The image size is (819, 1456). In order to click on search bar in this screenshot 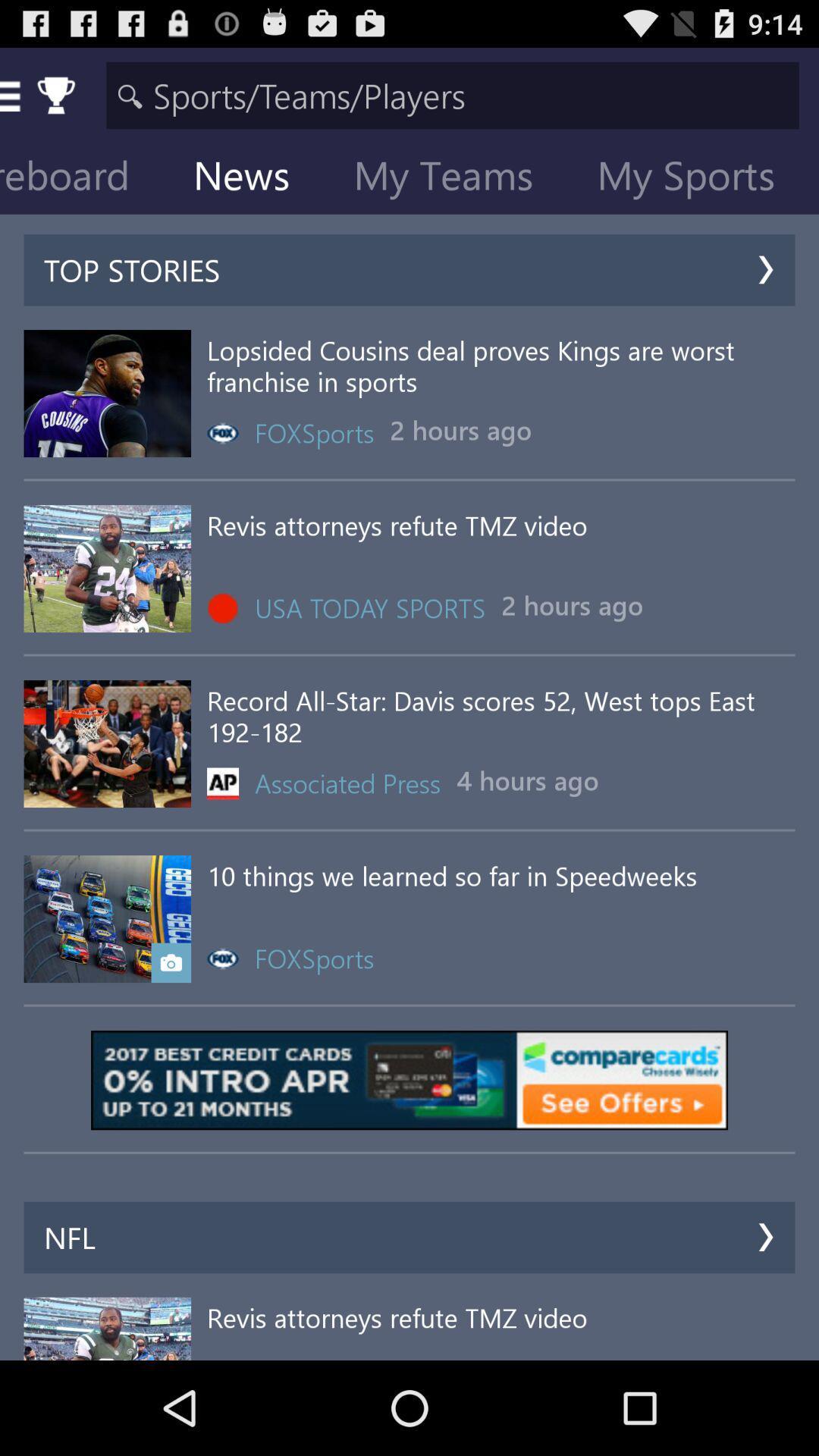, I will do `click(452, 94)`.